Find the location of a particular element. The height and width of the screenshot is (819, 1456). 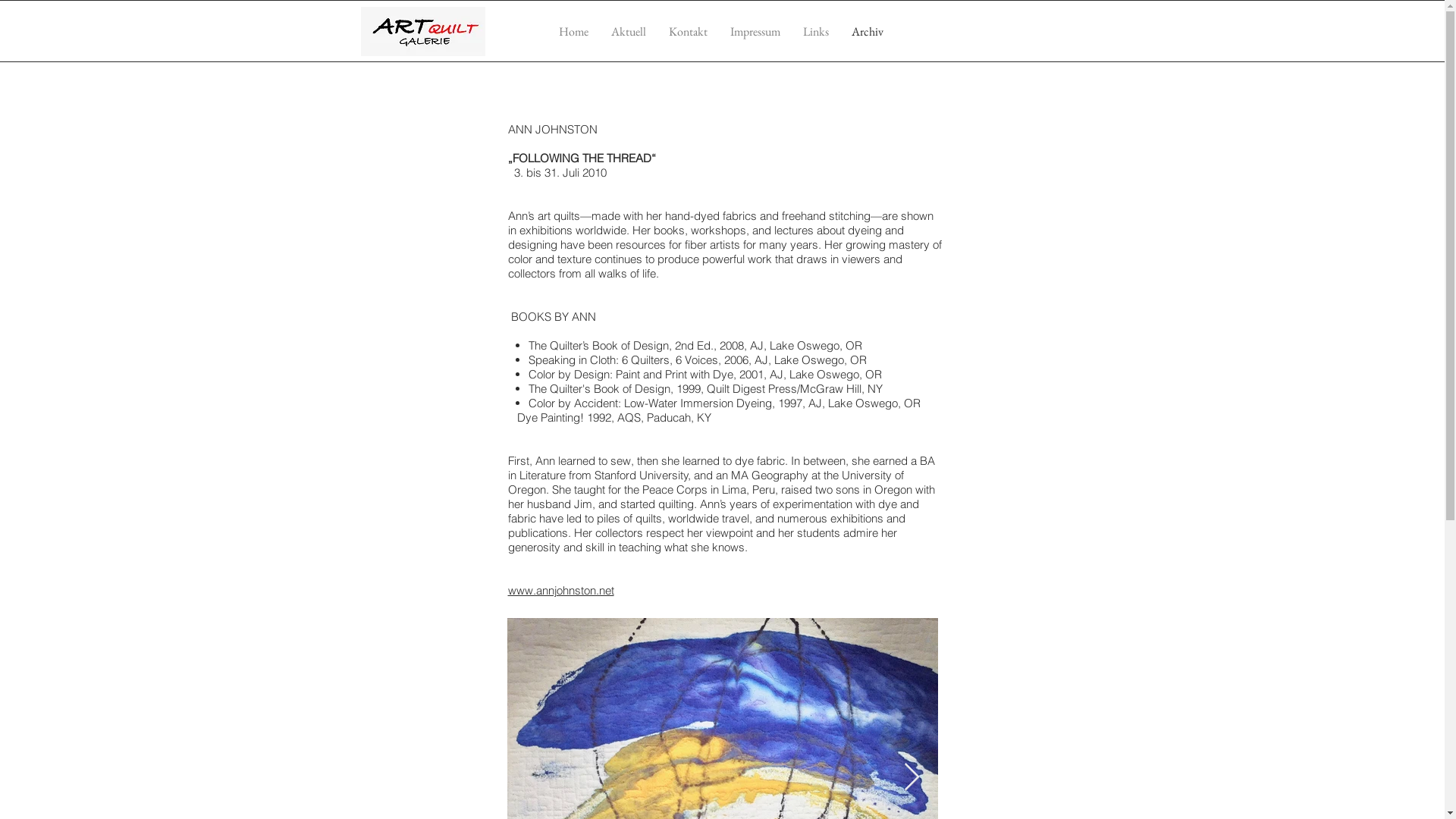

'www.annjohnston.net' is located at coordinates (560, 589).